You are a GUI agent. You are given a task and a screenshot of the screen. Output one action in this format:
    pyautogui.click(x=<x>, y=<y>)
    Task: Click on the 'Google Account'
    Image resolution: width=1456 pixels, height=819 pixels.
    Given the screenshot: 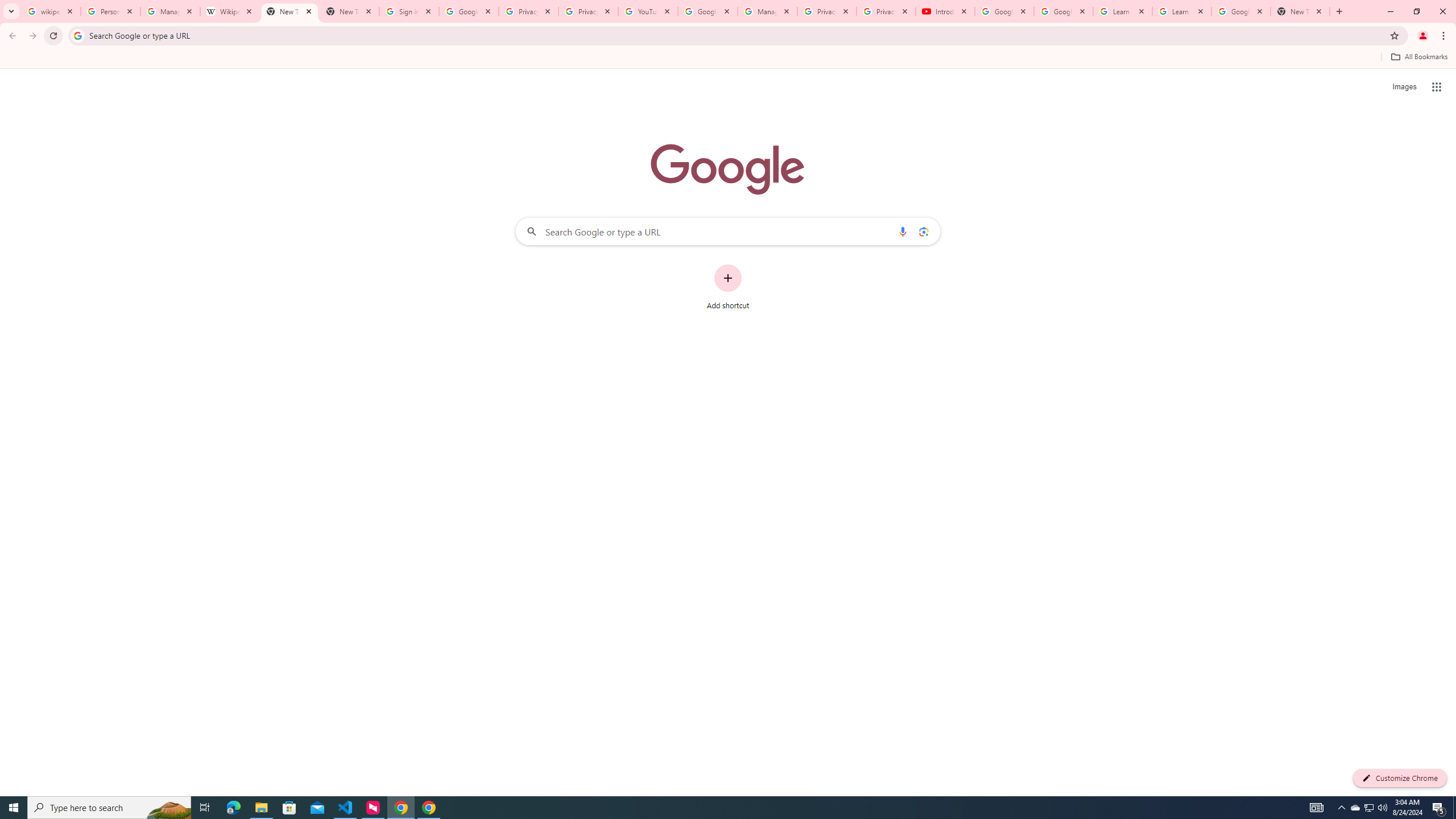 What is the action you would take?
    pyautogui.click(x=1240, y=11)
    